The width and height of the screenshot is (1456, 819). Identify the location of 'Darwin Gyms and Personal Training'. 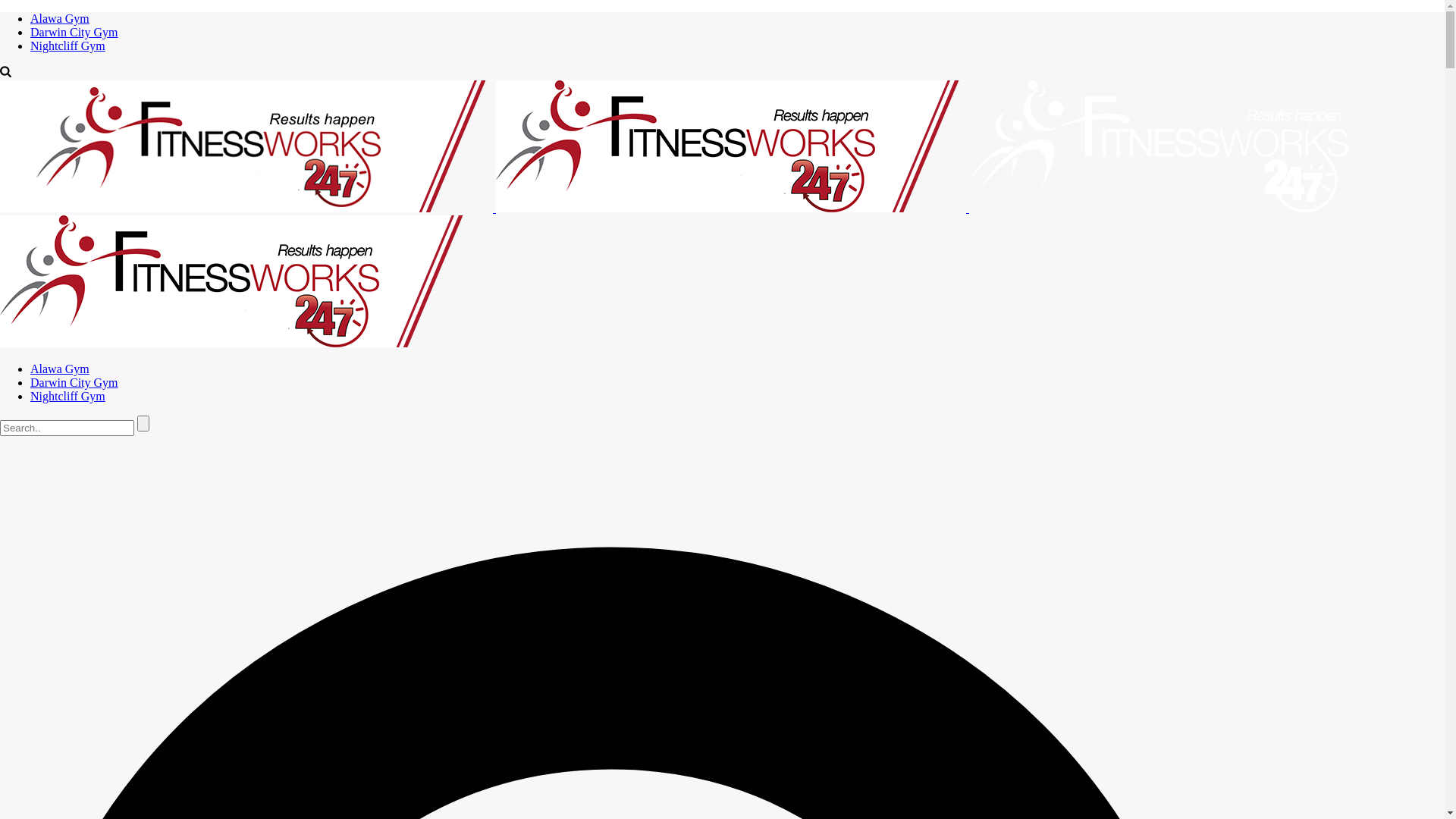
(246, 146).